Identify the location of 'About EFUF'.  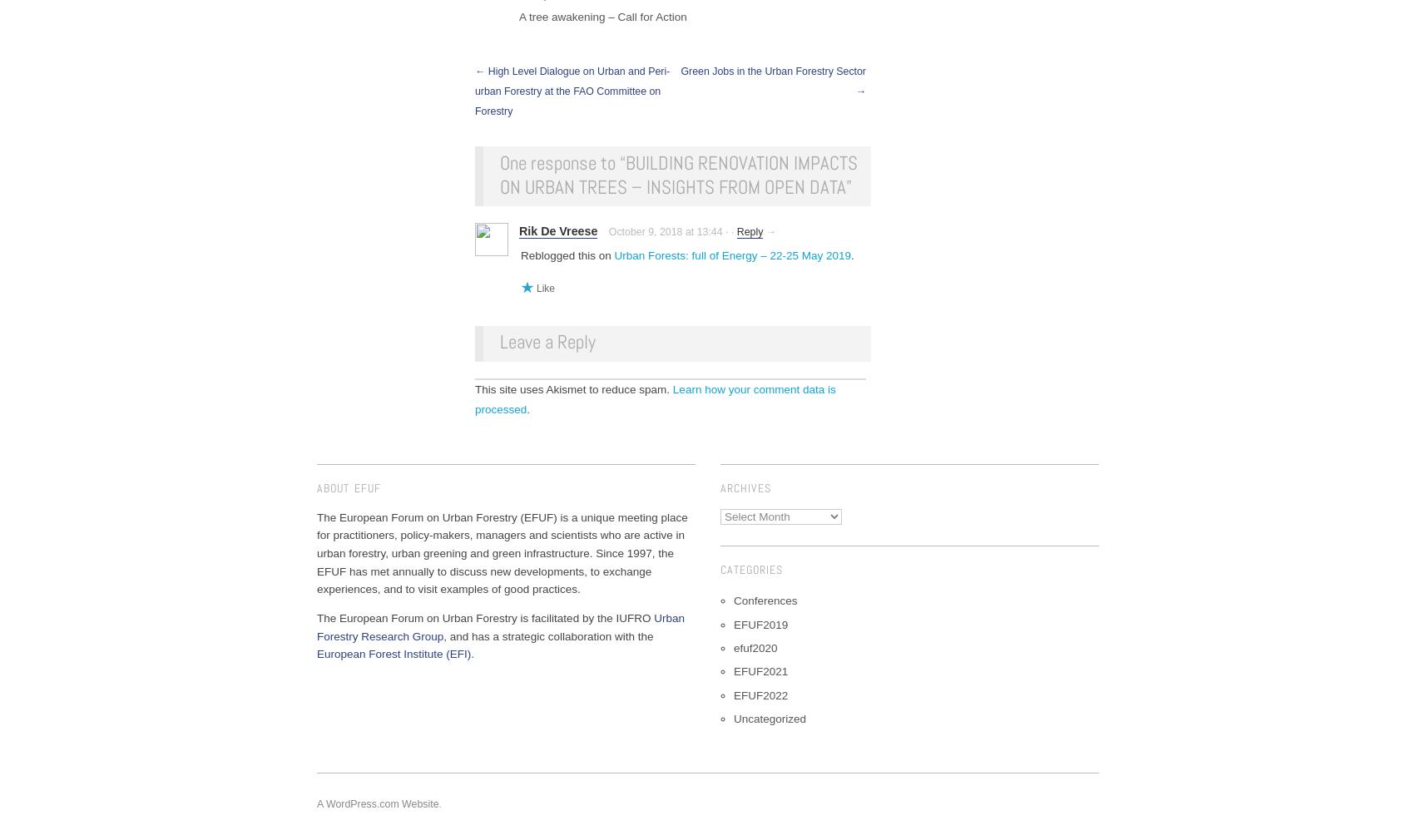
(317, 487).